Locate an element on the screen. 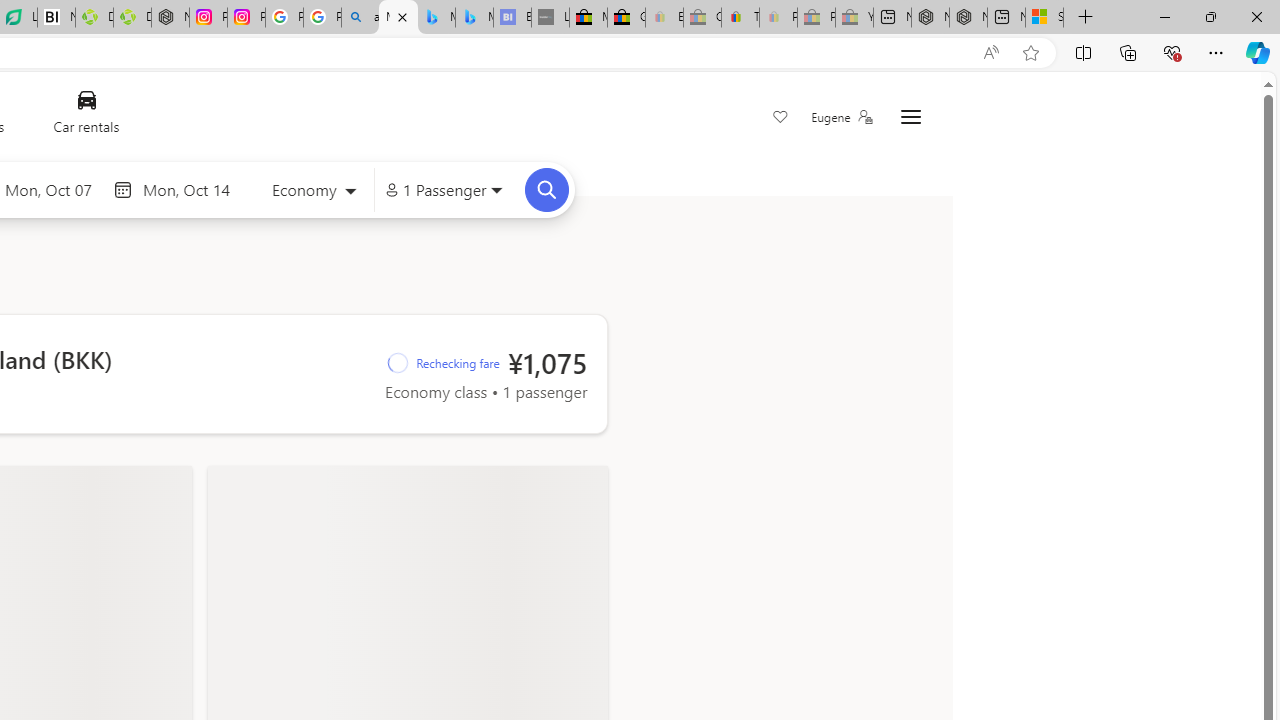 The height and width of the screenshot is (720, 1280). 'Save' is located at coordinates (779, 118).